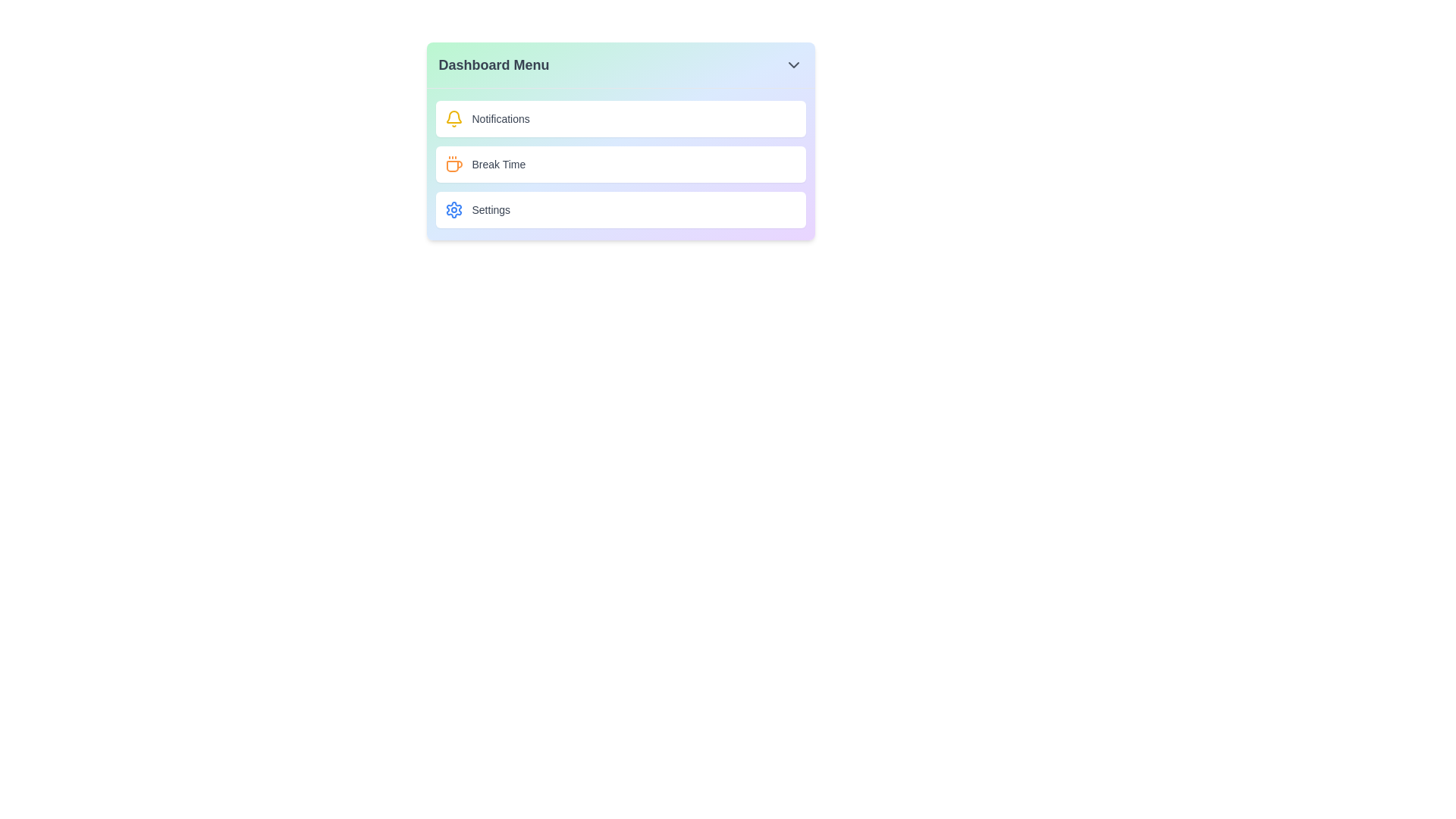 This screenshot has width=1456, height=819. What do you see at coordinates (500, 118) in the screenshot?
I see `the 'Notifications' text label, which is styled in medium weight, small font size, and gray color, located in the first option of a vertically stacked menu next to a yellow bell icon` at bounding box center [500, 118].